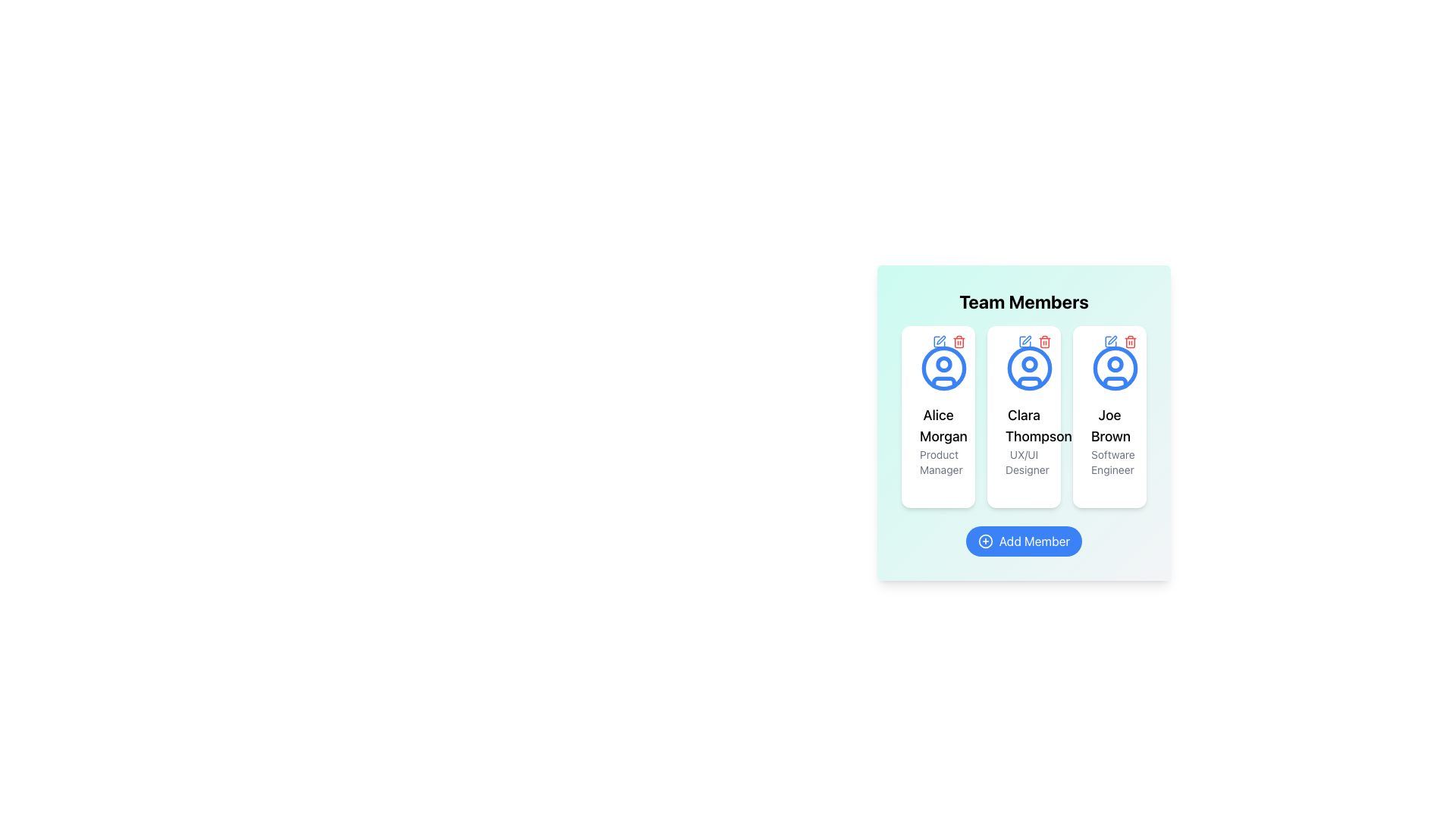 Image resolution: width=1456 pixels, height=819 pixels. I want to click on the interactive links within the Profile card for 'Clara Thompson', the second card in the 'Team Members' section, so click(1024, 417).